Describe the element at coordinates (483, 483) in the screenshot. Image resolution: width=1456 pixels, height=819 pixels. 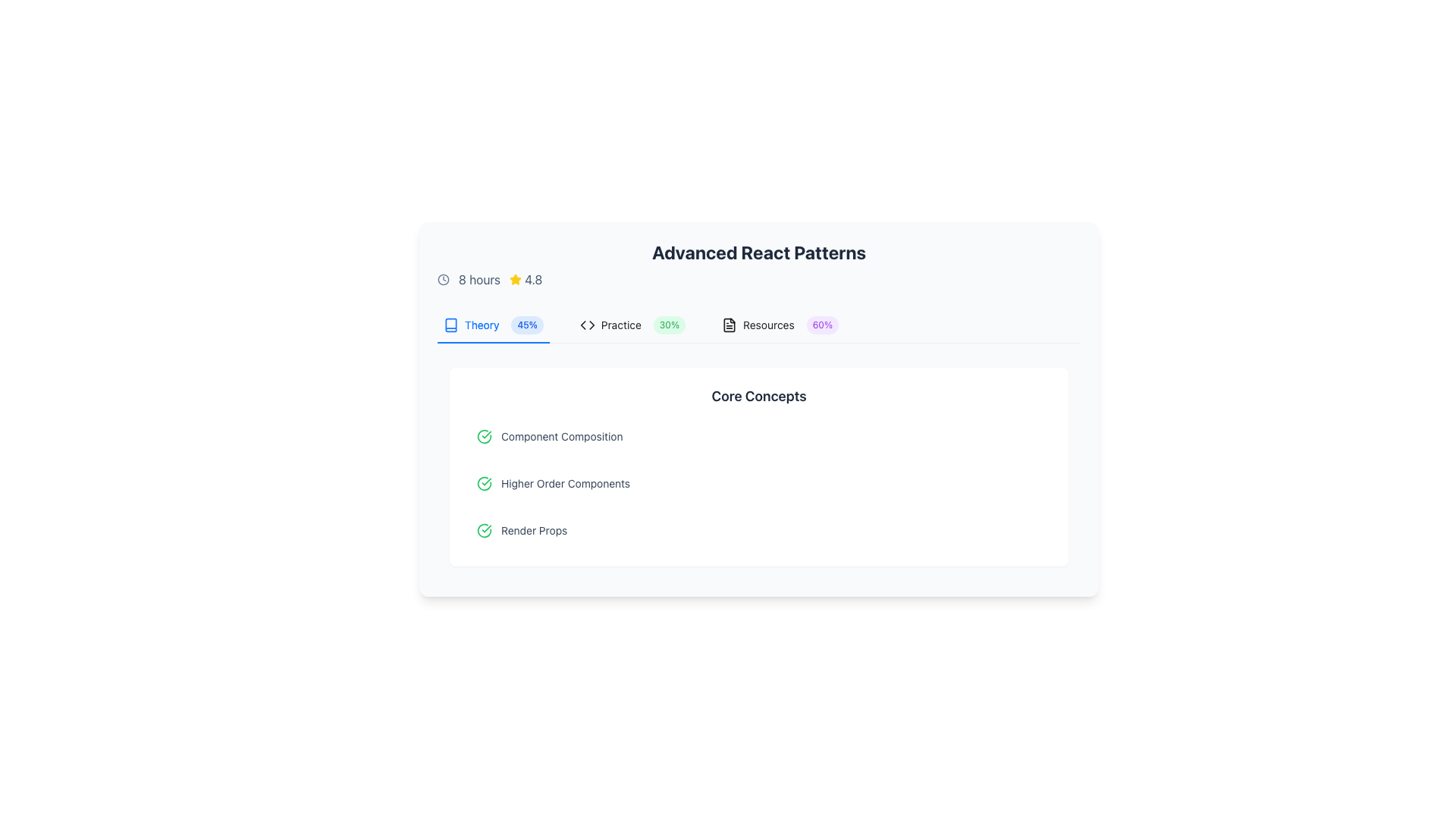
I see `the leading icon of the 'Higher Order Components' list item in the 'Core Concepts' section` at that location.